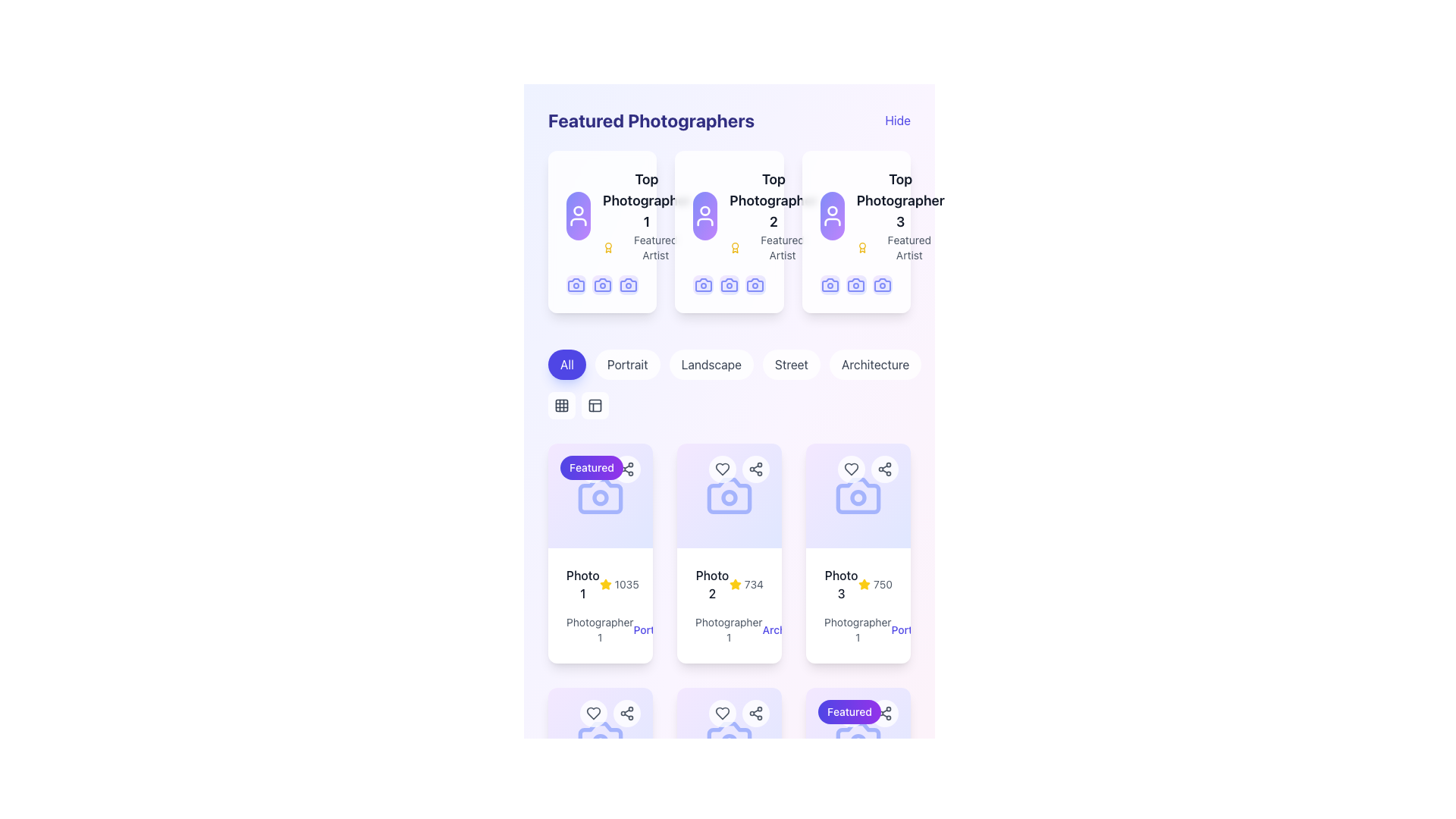 This screenshot has height=819, width=1456. I want to click on the outlined camera icon in the 'Top Photographer 3' section to invoke its function, so click(856, 285).